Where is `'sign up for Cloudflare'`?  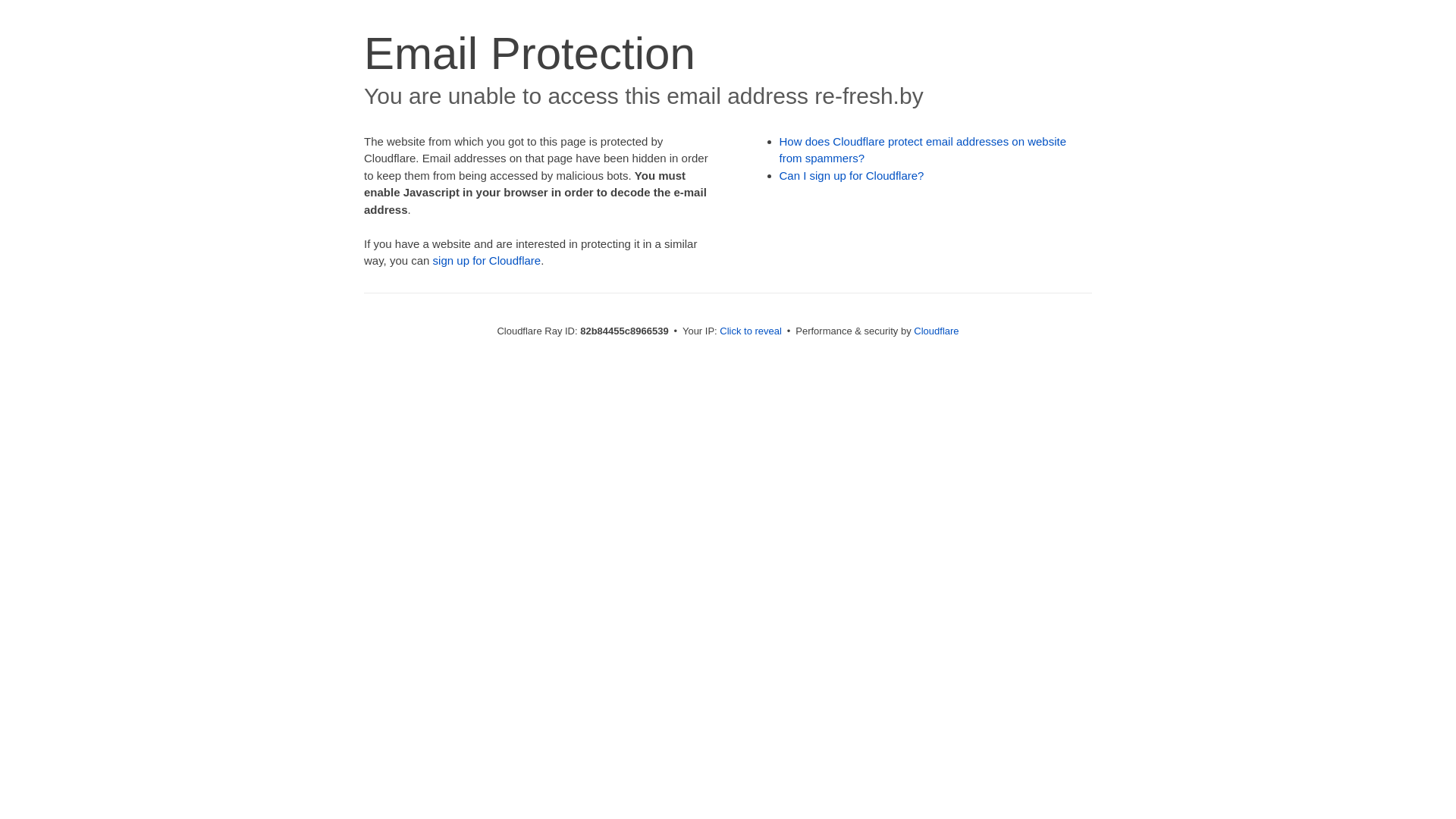 'sign up for Cloudflare' is located at coordinates (487, 259).